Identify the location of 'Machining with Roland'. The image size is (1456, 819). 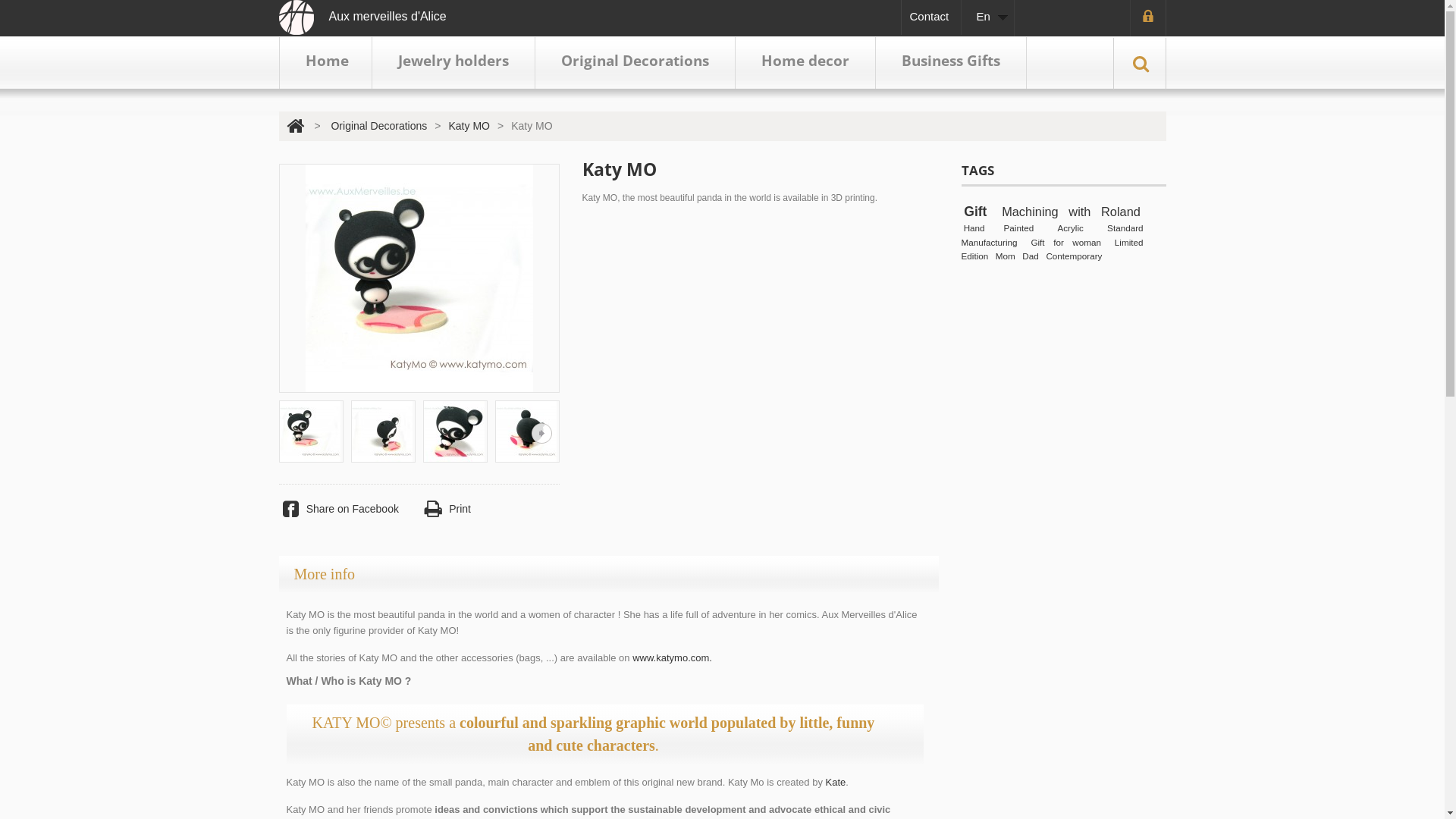
(1000, 212).